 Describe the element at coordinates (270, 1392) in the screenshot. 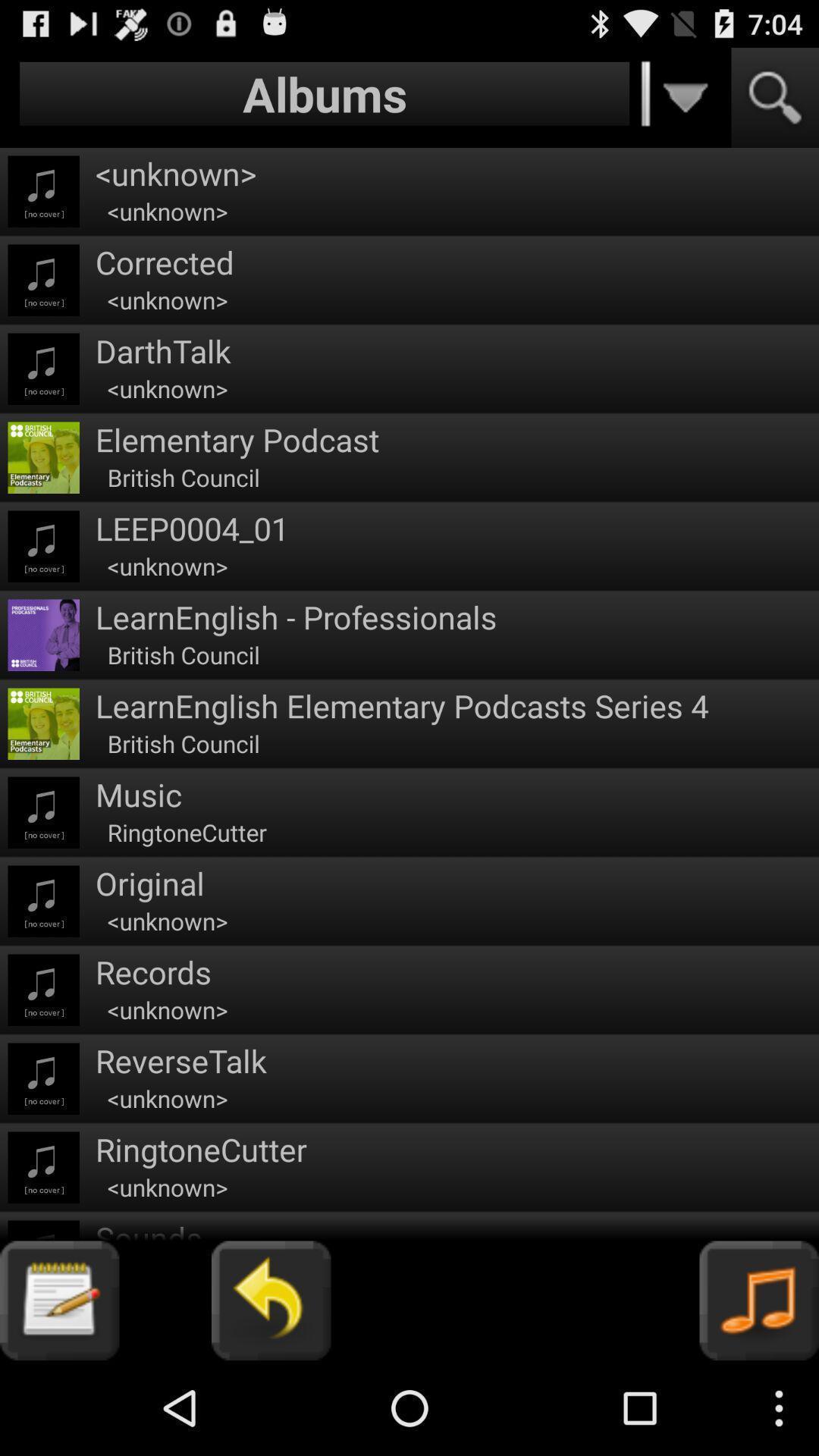

I see `the reply icon` at that location.